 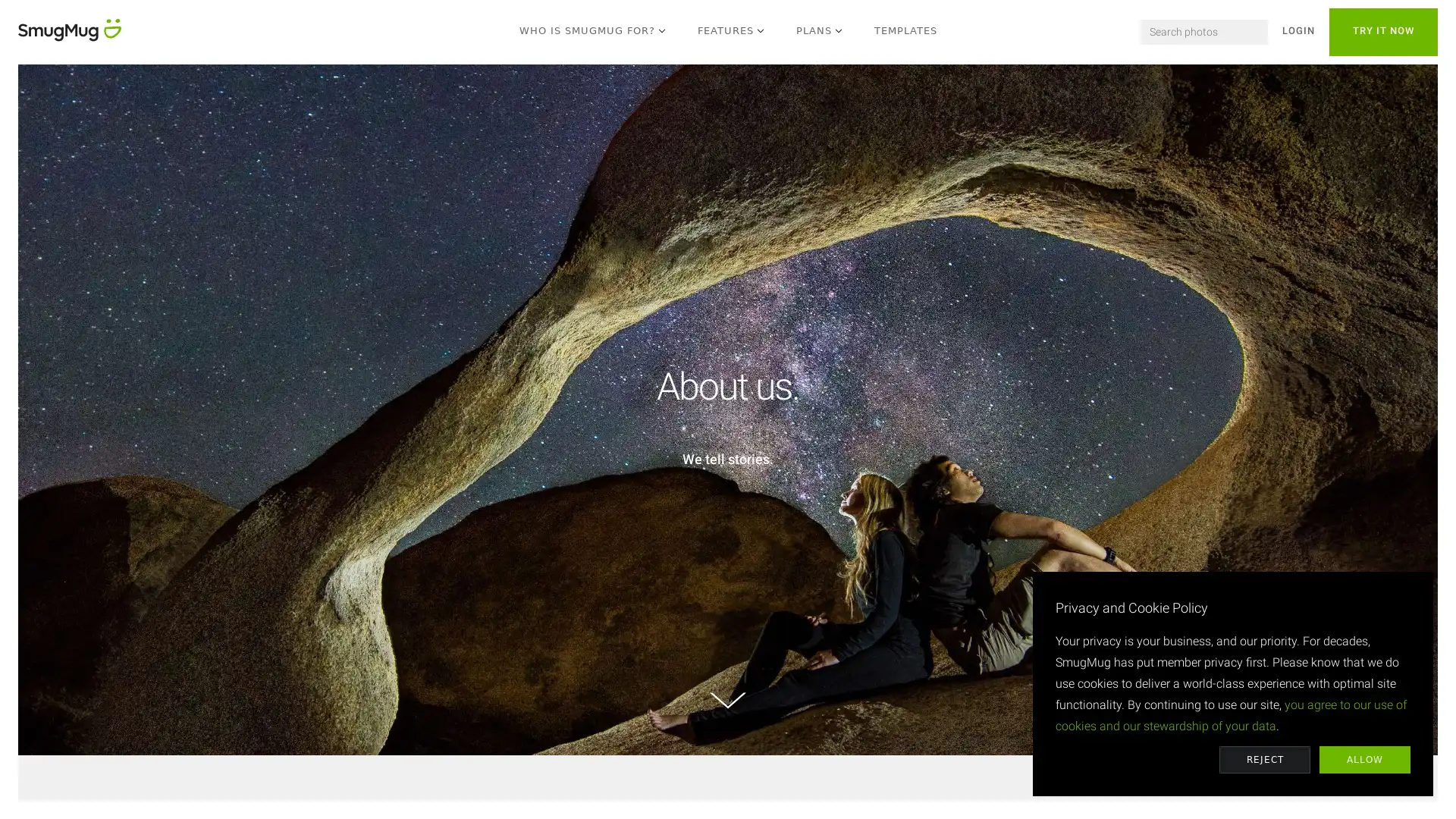 What do you see at coordinates (819, 32) in the screenshot?
I see `PLANS` at bounding box center [819, 32].